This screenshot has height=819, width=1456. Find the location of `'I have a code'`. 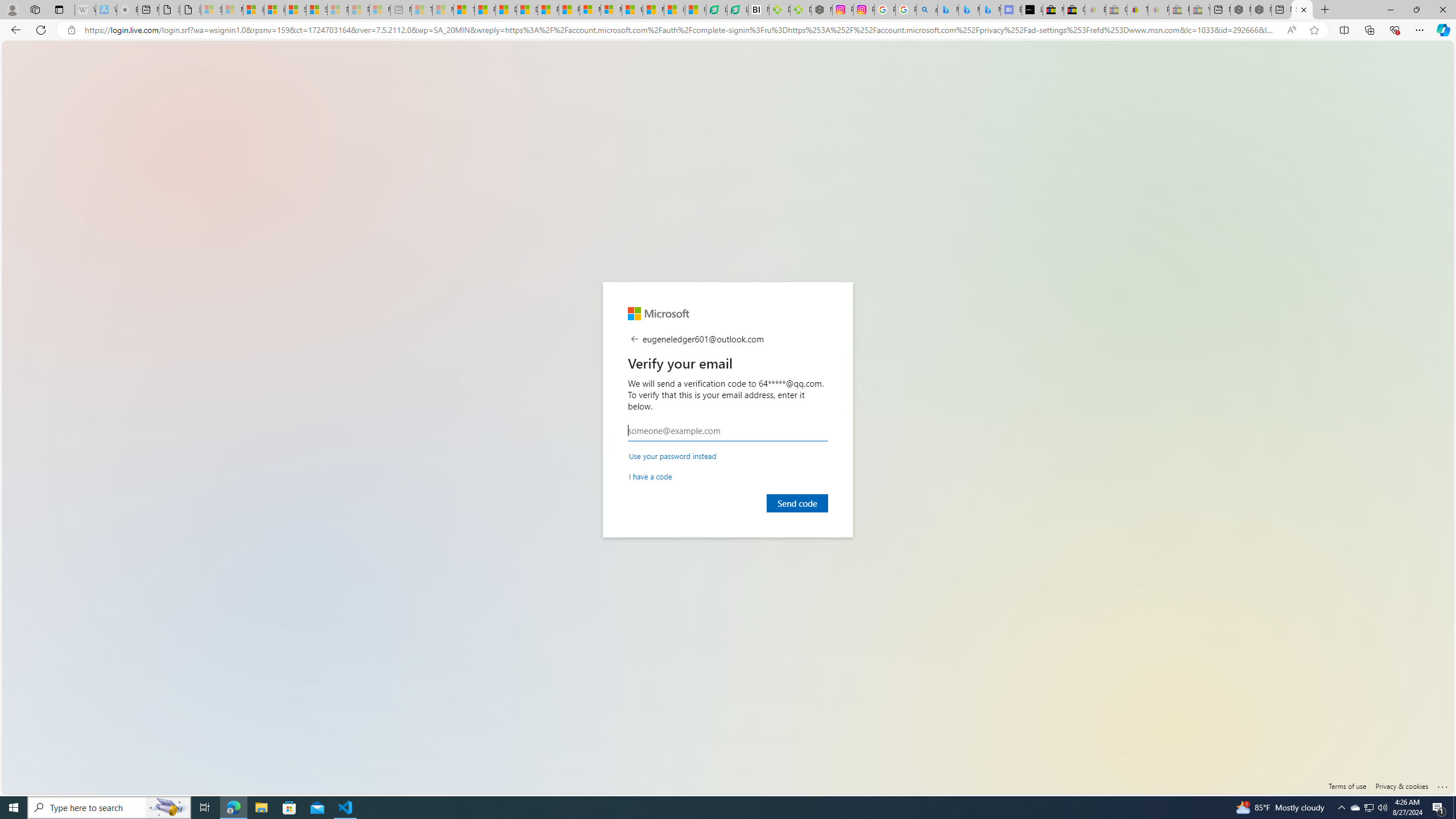

'I have a code' is located at coordinates (651, 475).